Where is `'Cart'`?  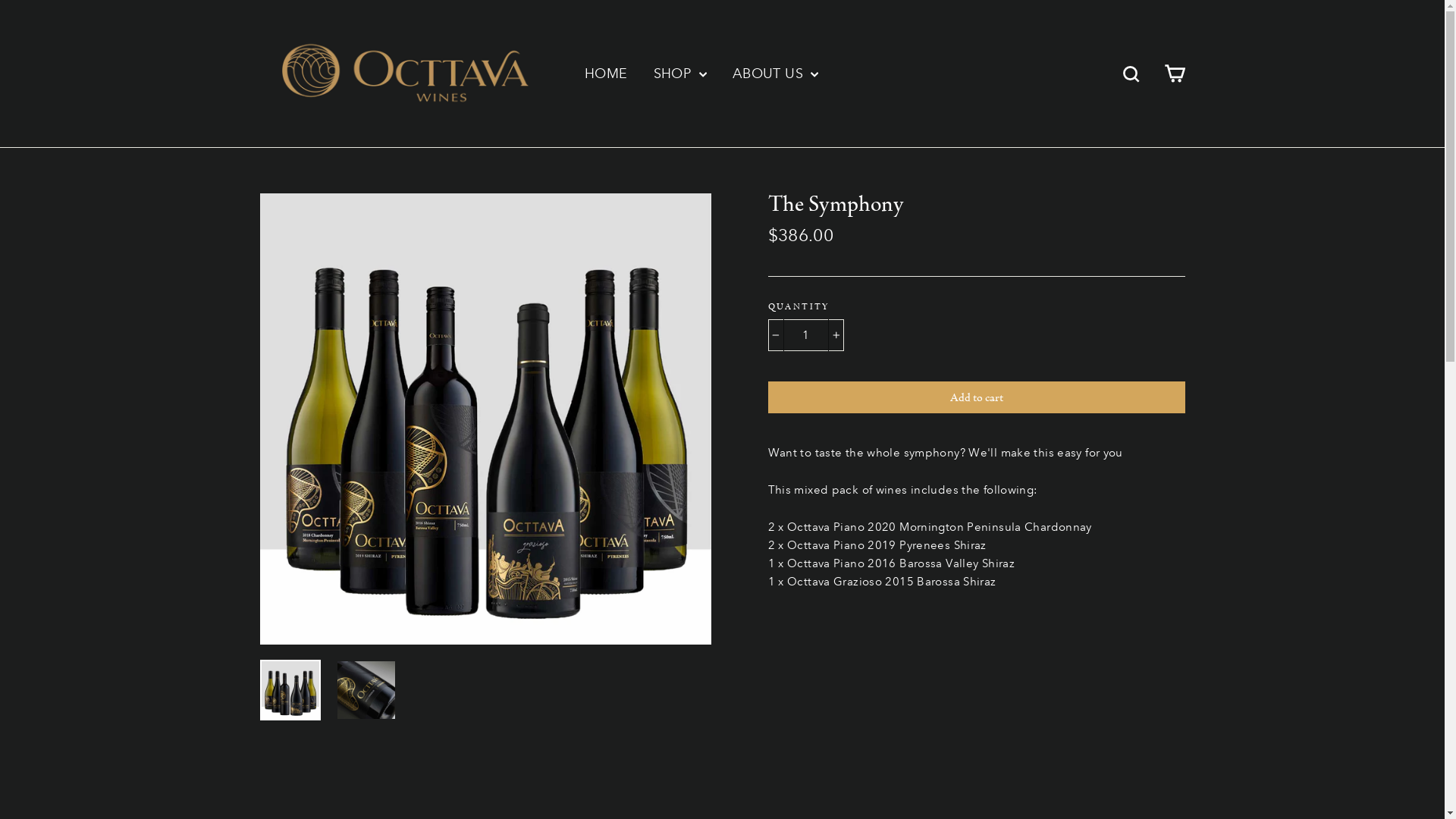
'Cart' is located at coordinates (1173, 73).